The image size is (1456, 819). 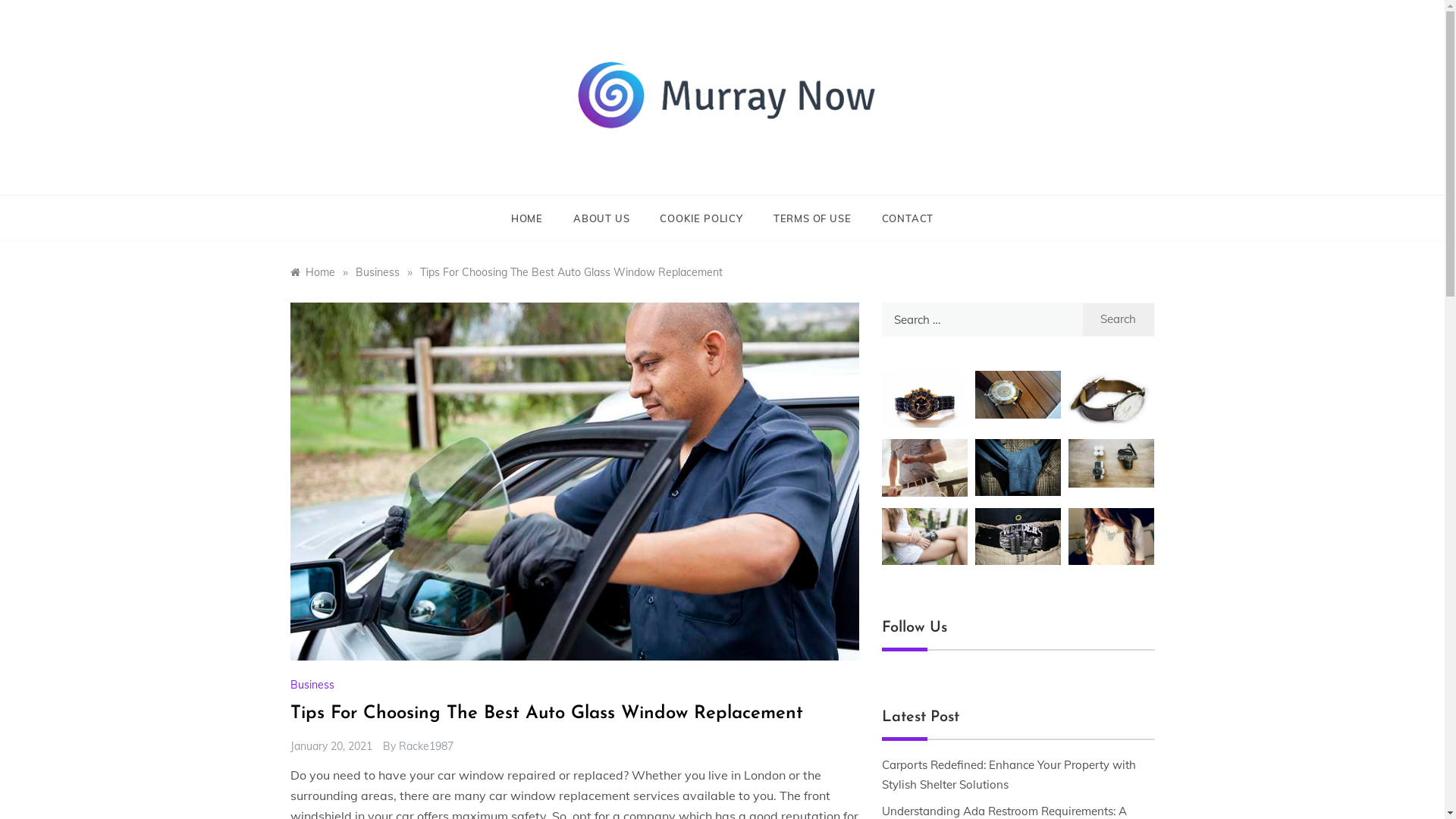 I want to click on 'Tips For Choosing The Best Auto Glass Window Replacement', so click(x=570, y=271).